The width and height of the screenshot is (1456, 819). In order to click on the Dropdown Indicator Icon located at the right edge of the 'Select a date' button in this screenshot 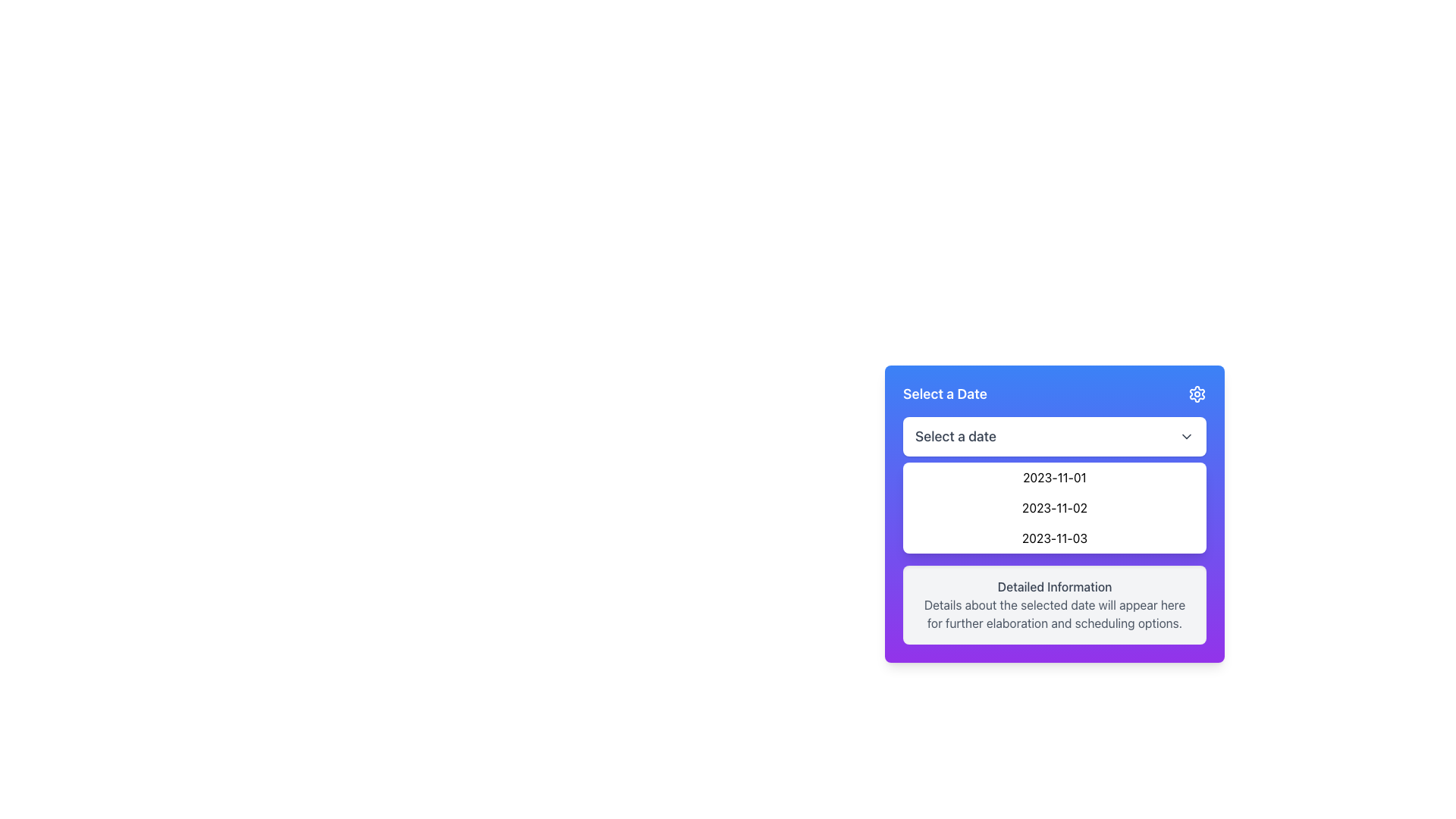, I will do `click(1185, 436)`.